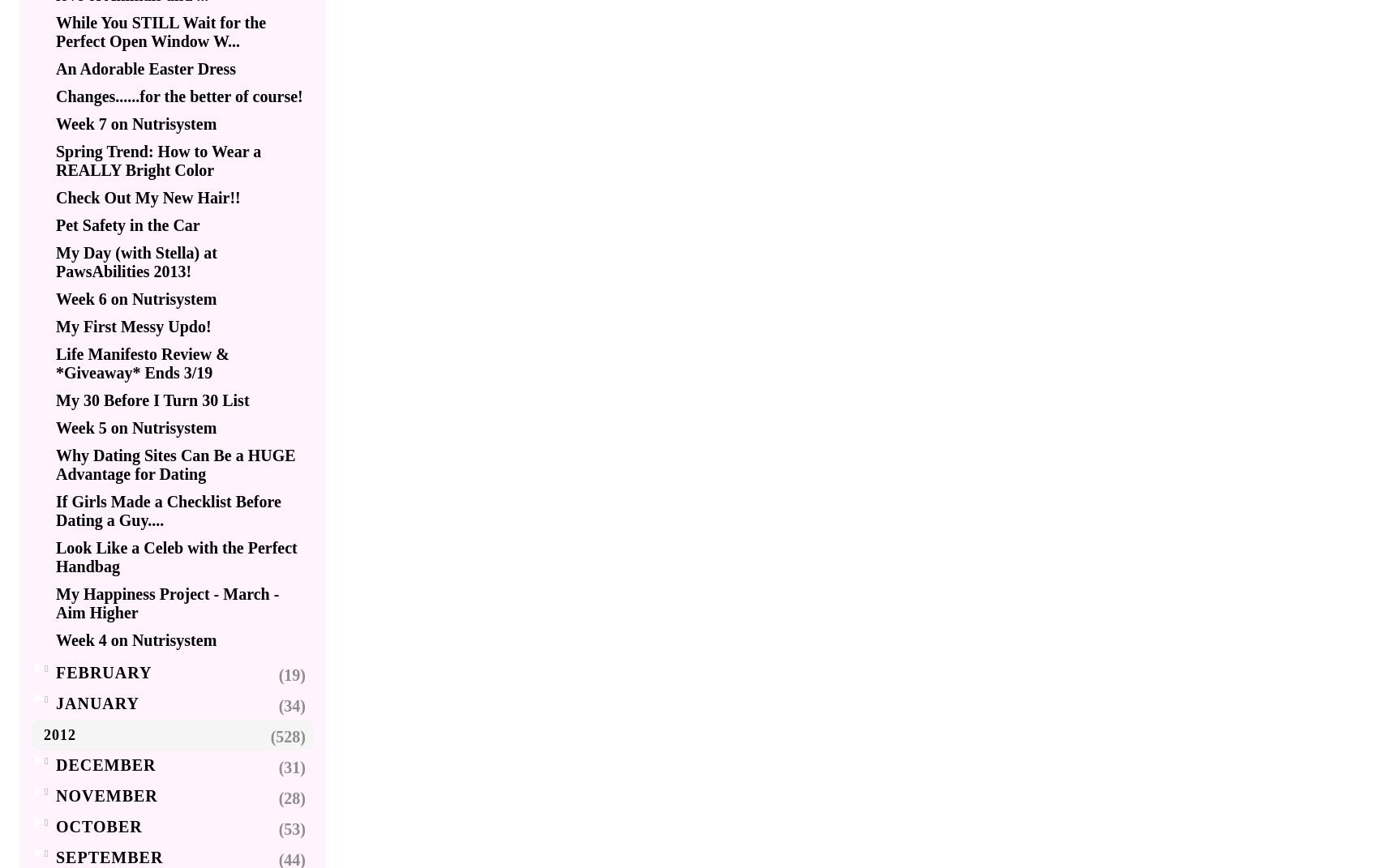  I want to click on 'Look Like a Celeb with the Perfect Handbag', so click(176, 556).